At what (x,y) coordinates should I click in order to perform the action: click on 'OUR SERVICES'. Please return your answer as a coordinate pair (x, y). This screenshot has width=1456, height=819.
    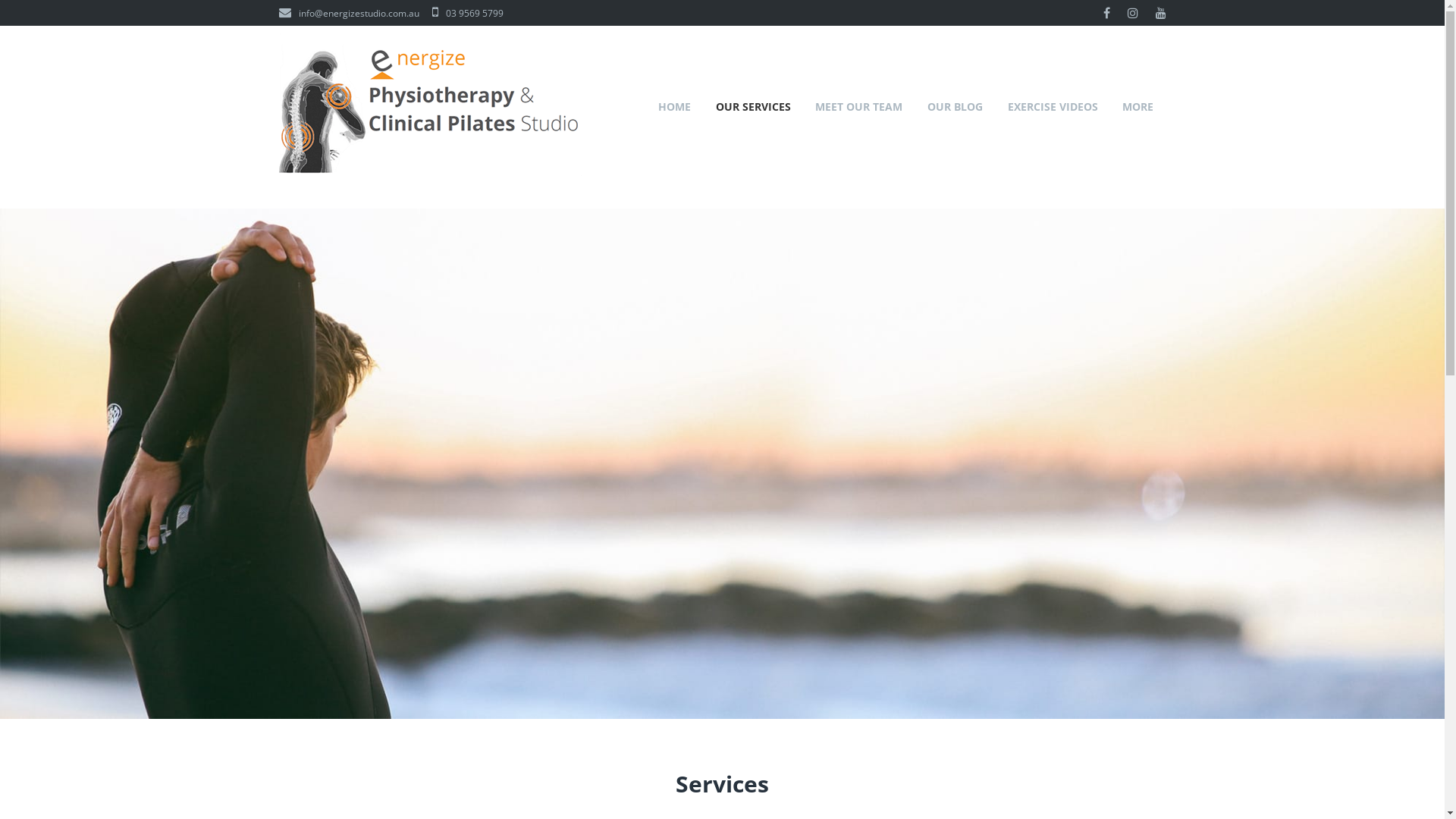
    Looking at the image, I should click on (753, 105).